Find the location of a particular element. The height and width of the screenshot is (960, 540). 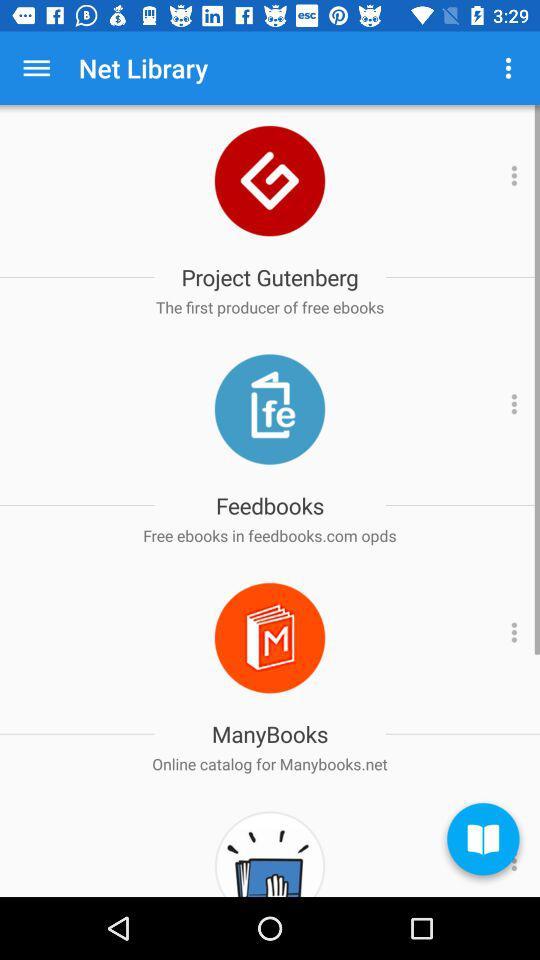

the app above the the first producer item is located at coordinates (270, 276).